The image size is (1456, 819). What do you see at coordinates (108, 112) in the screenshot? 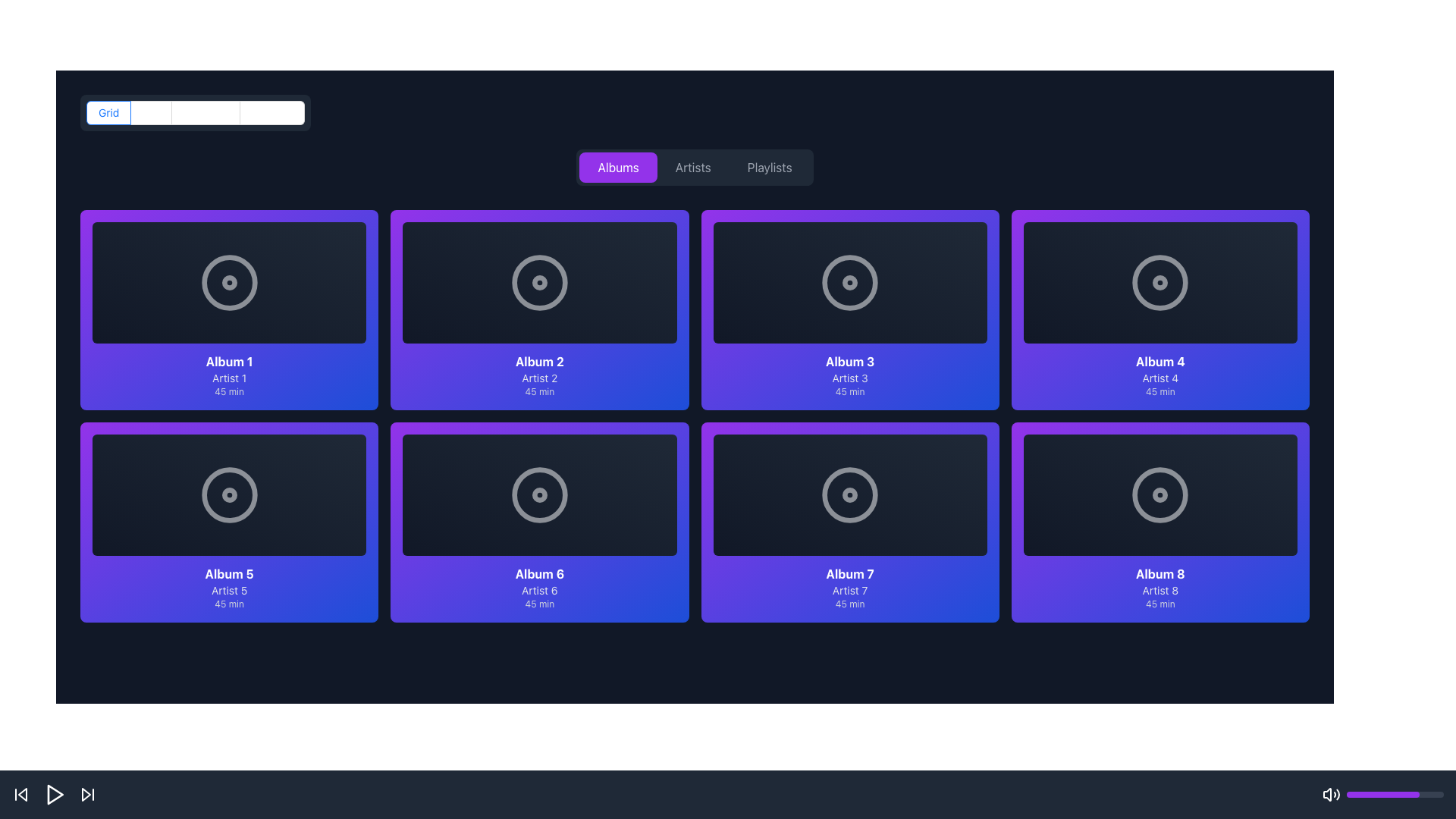
I see `the 'Grid' radio button` at bounding box center [108, 112].